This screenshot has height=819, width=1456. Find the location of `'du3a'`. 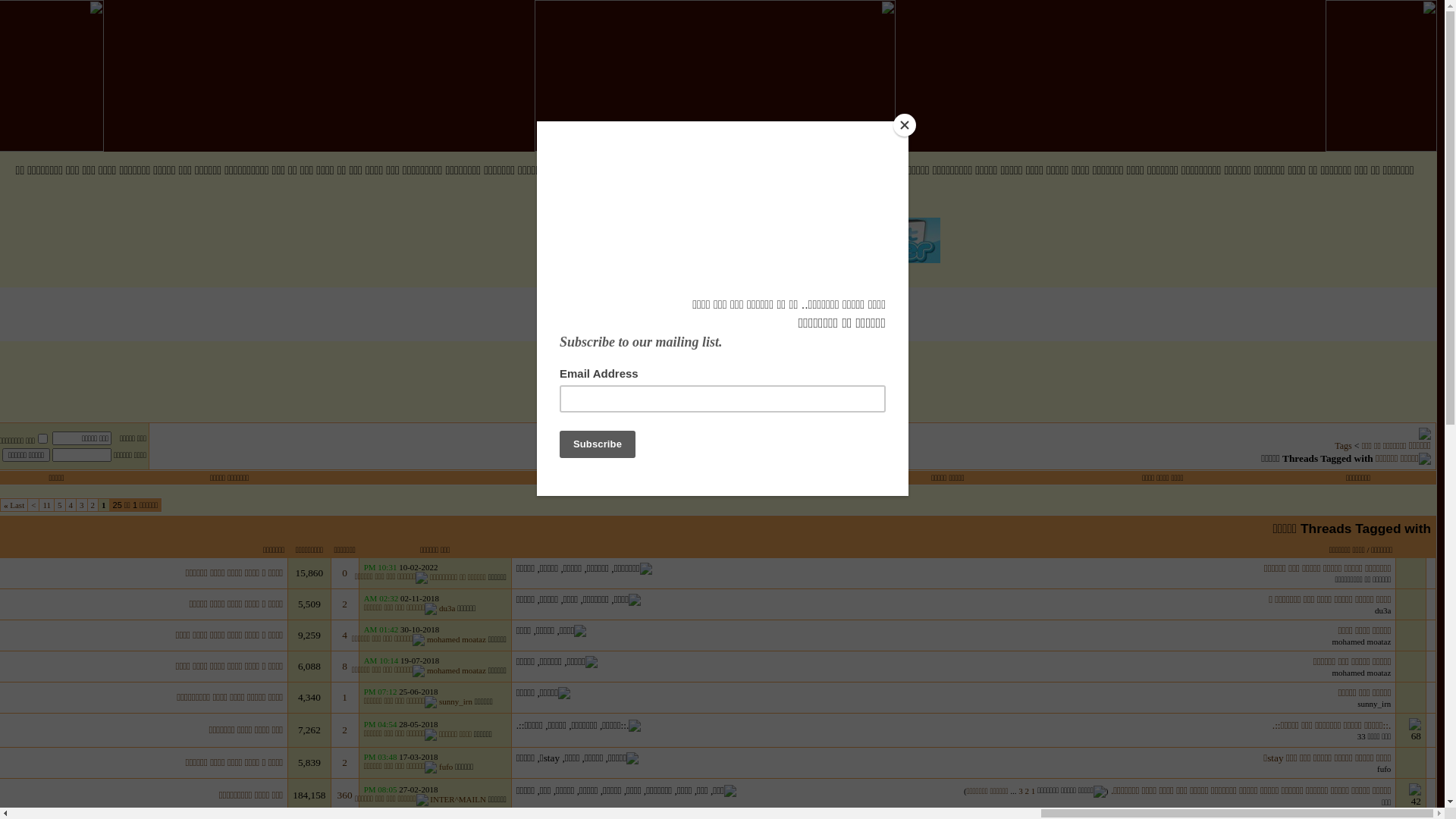

'du3a' is located at coordinates (1375, 610).